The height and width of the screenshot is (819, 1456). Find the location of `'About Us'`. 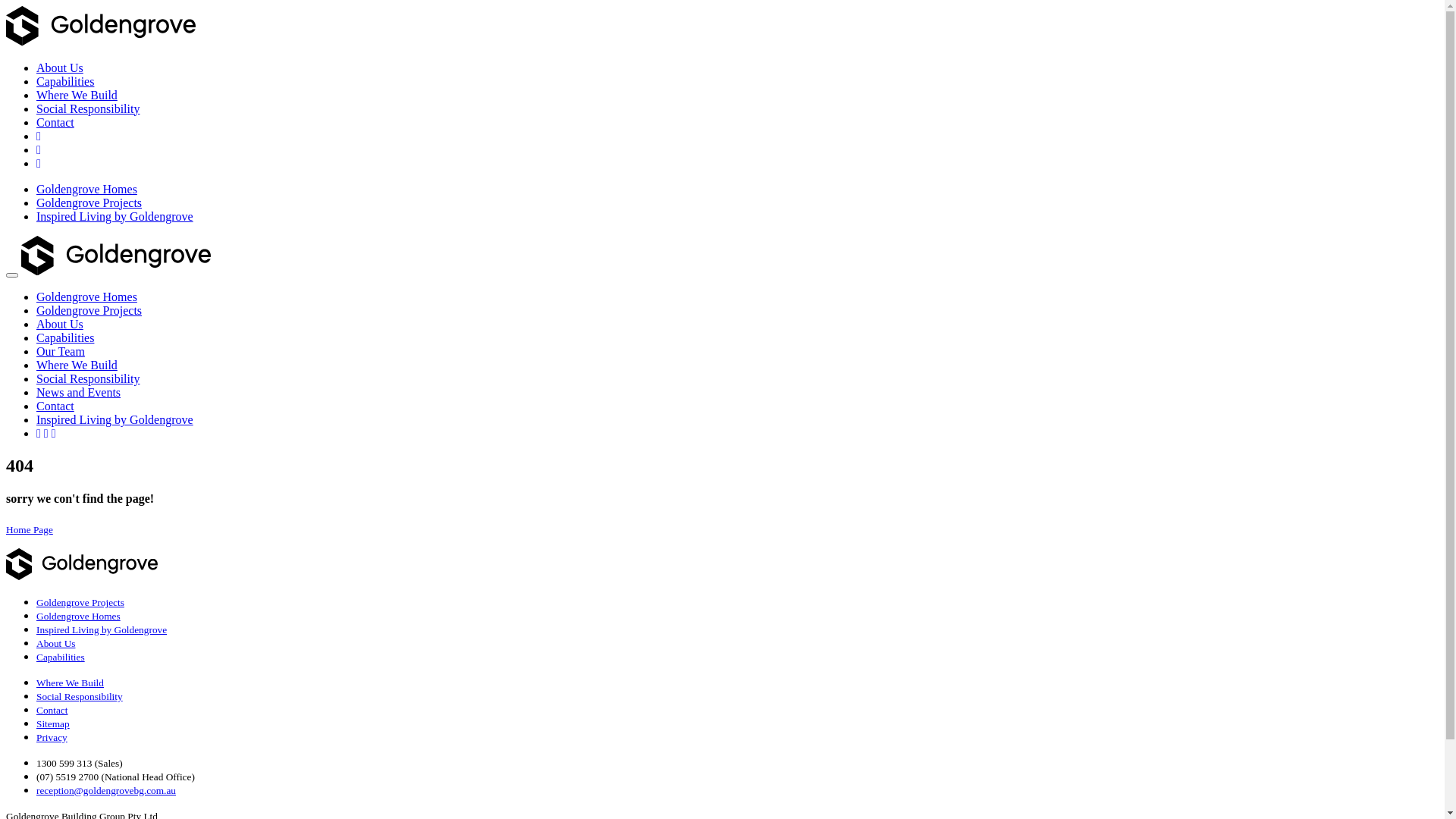

'About Us' is located at coordinates (36, 323).